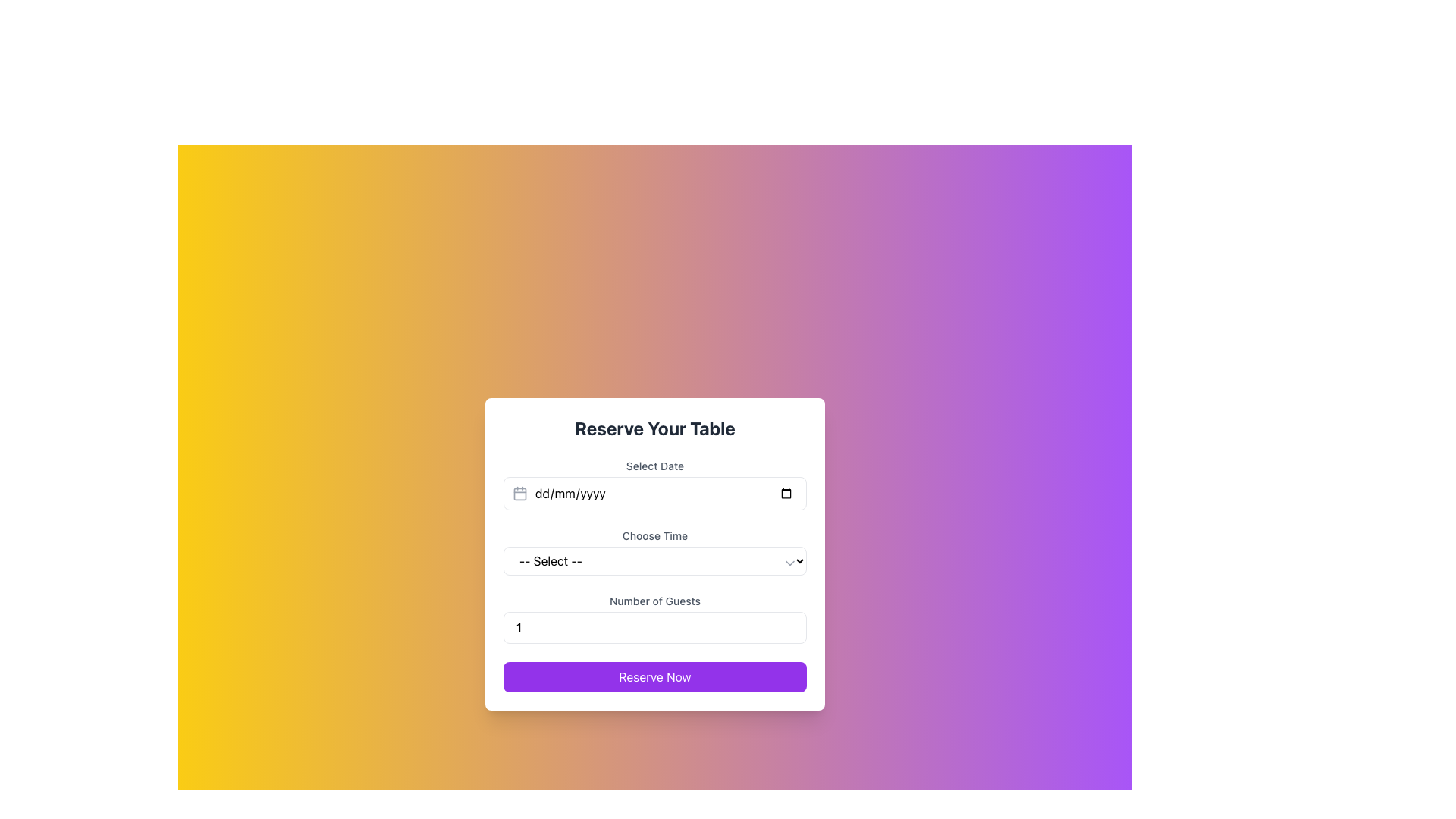 This screenshot has height=819, width=1456. I want to click on the downward-pointing chevron icon located at the far right end of the '-- Select --' dropdown menu in the 'Choose Time' section to provide visual feedback, so click(789, 563).